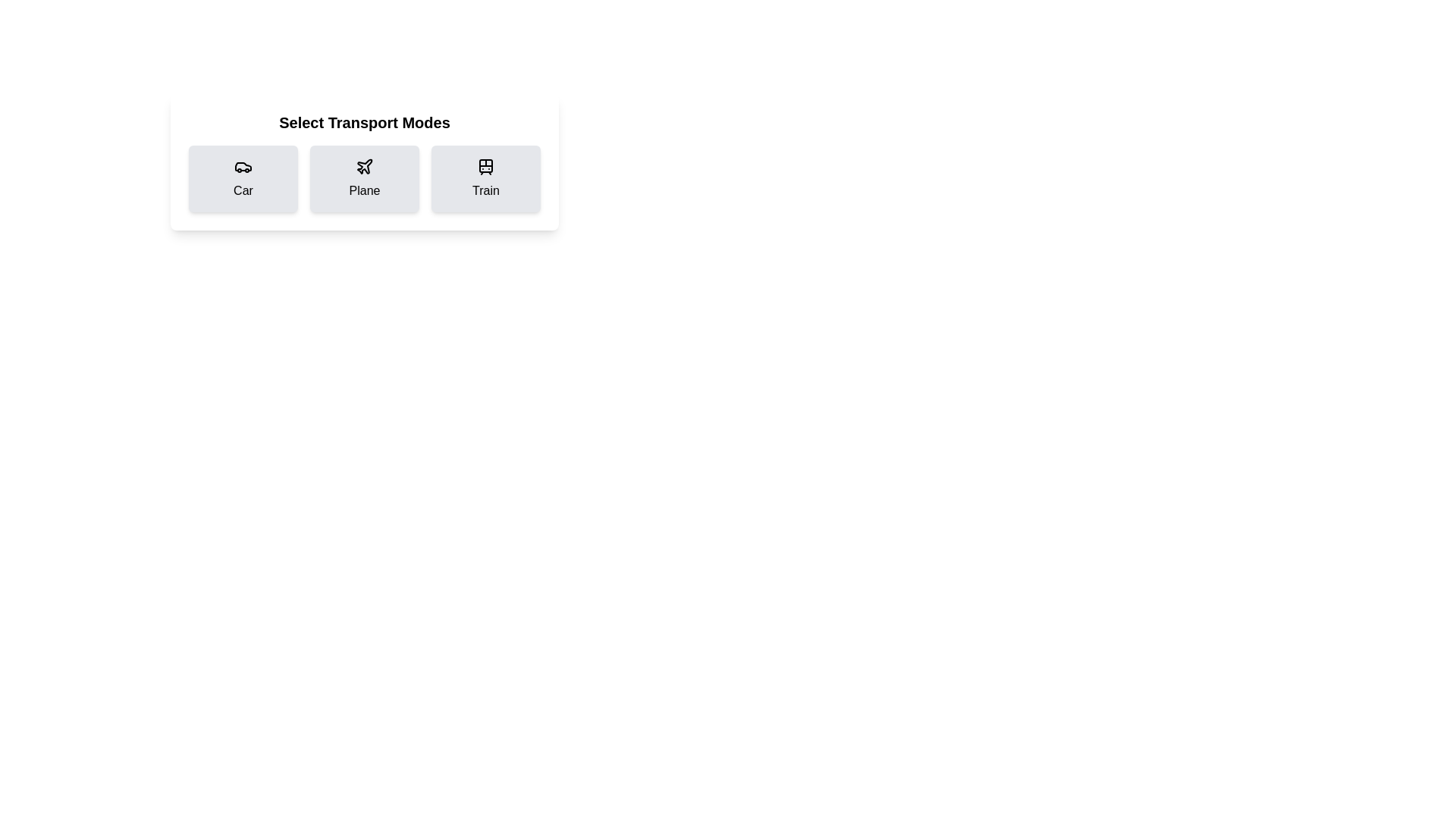  What do you see at coordinates (486, 177) in the screenshot?
I see `the card representing the transport mode Train to select it` at bounding box center [486, 177].